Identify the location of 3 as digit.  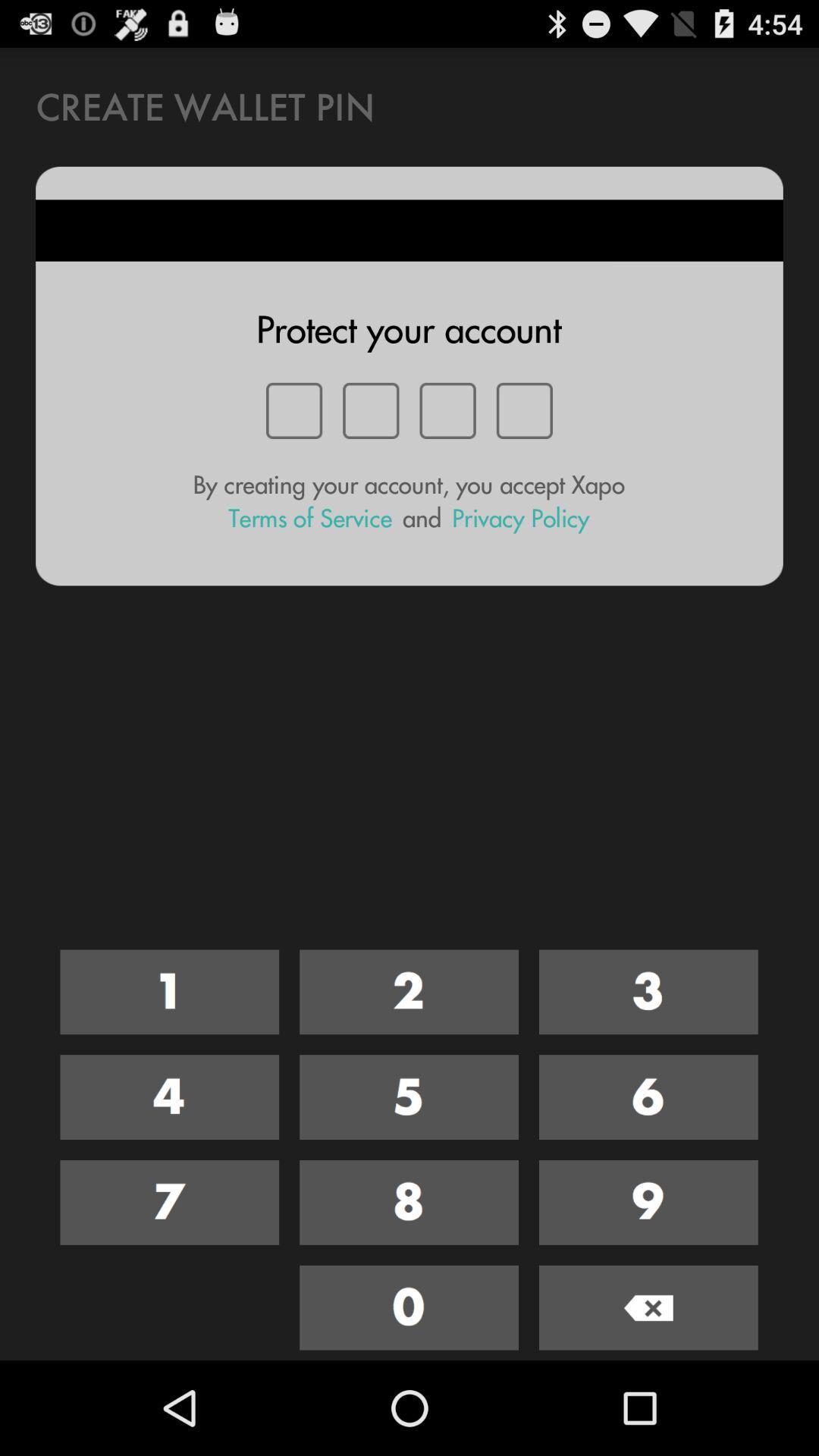
(648, 992).